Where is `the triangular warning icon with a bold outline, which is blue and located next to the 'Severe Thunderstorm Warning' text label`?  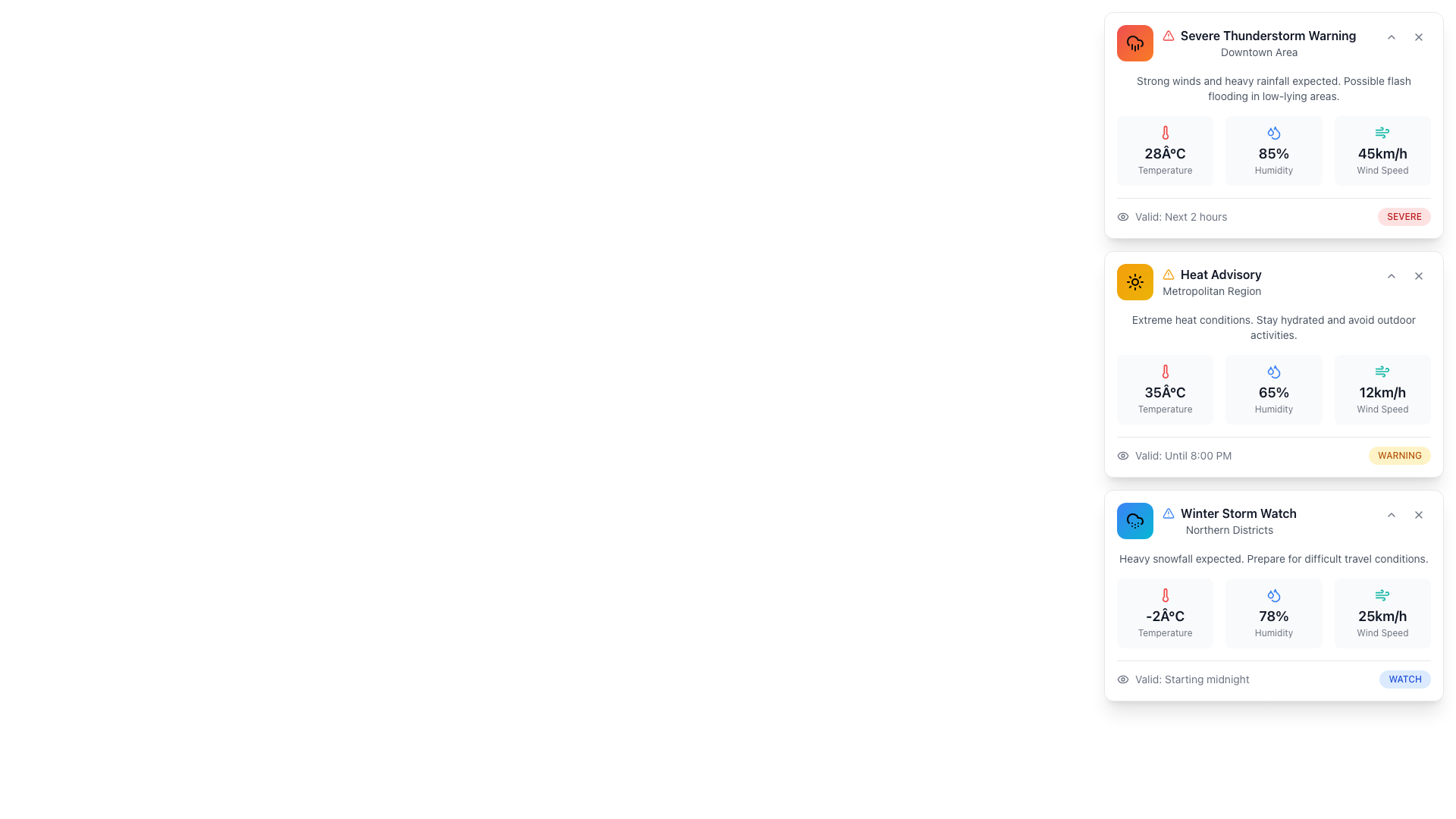
the triangular warning icon with a bold outline, which is blue and located next to the 'Severe Thunderstorm Warning' text label is located at coordinates (1167, 513).